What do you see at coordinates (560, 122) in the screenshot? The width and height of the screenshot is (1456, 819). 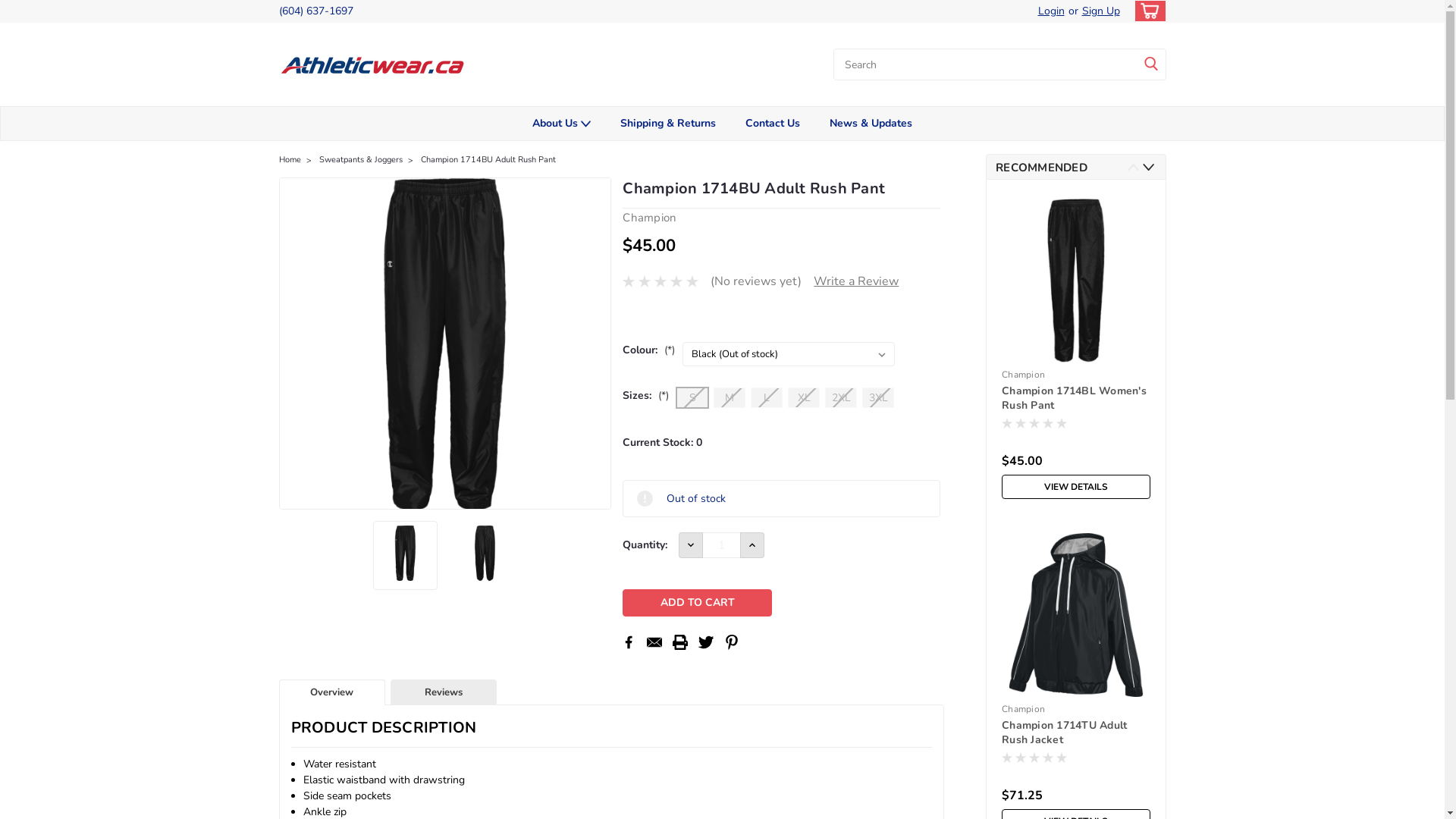 I see `'About Us'` at bounding box center [560, 122].